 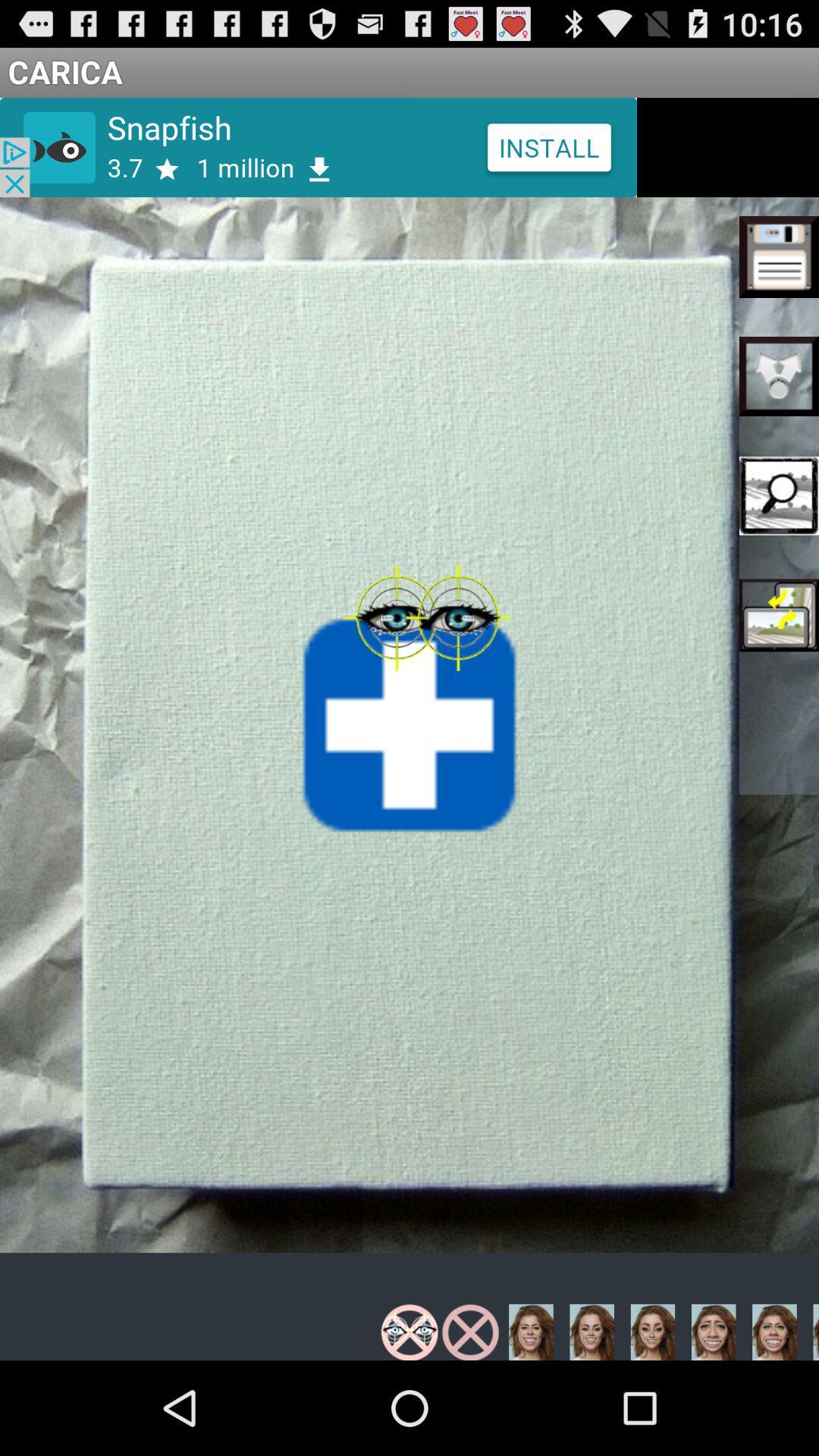 I want to click on first option in the right, so click(x=779, y=257).